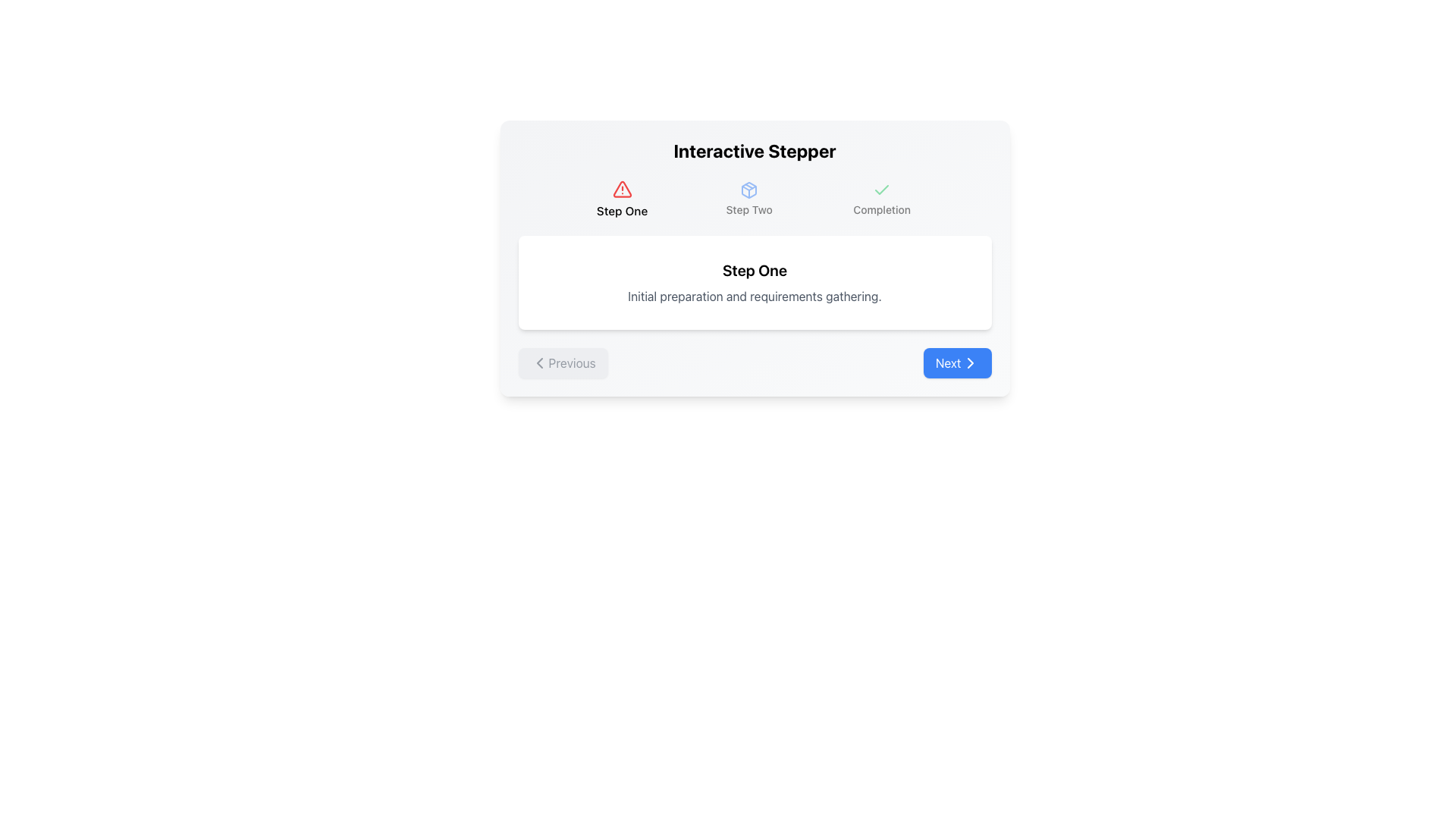 The height and width of the screenshot is (819, 1456). What do you see at coordinates (749, 189) in the screenshot?
I see `the package icon representing 'Step Two' in the stepper interface, positioned at the top center among the step indicators` at bounding box center [749, 189].